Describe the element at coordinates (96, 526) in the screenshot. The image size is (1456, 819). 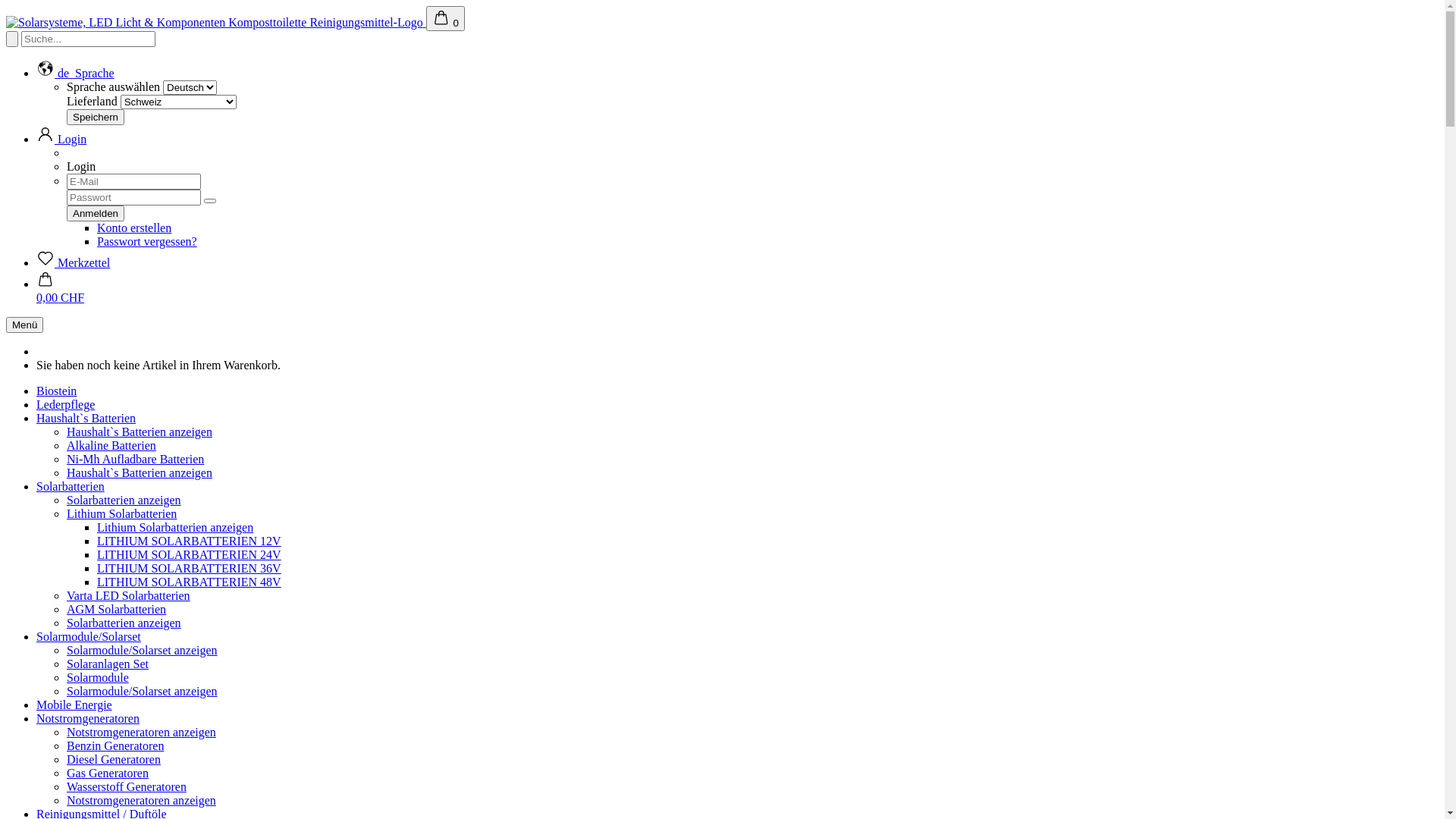
I see `'Lithium Solarbatterien anzeigen'` at that location.